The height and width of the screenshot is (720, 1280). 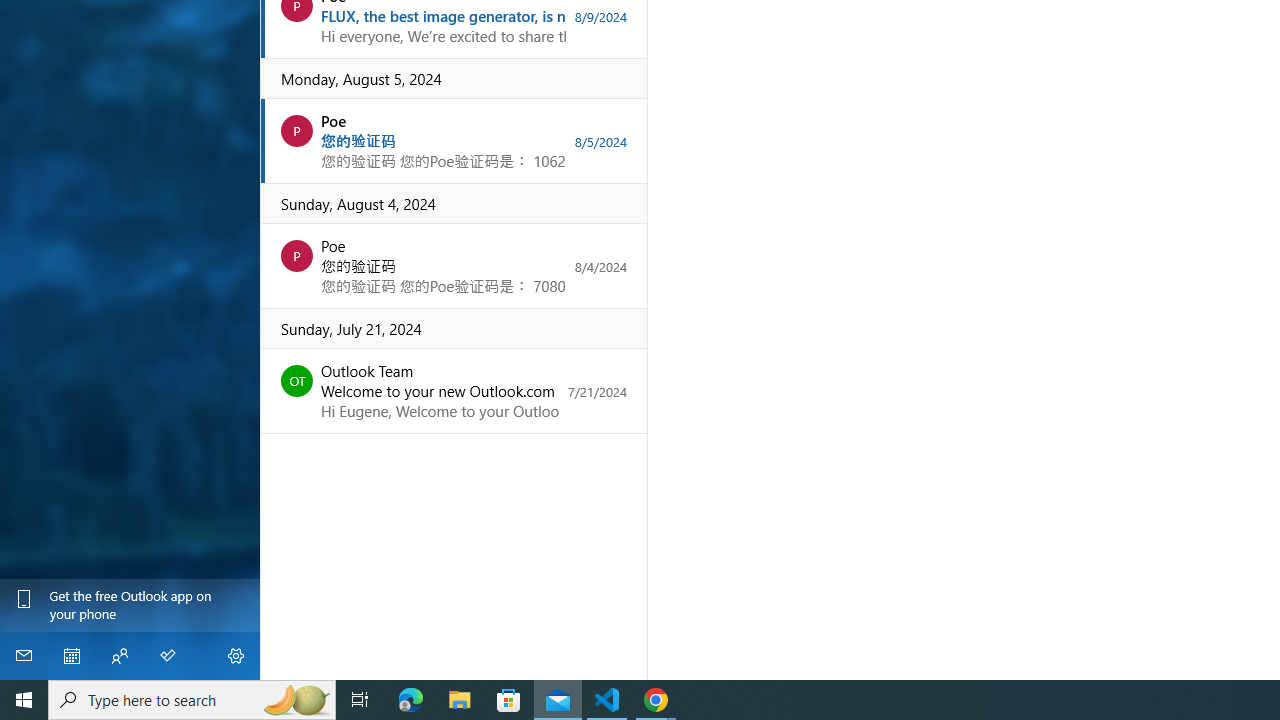 I want to click on 'Switch to To Do', so click(x=167, y=655).